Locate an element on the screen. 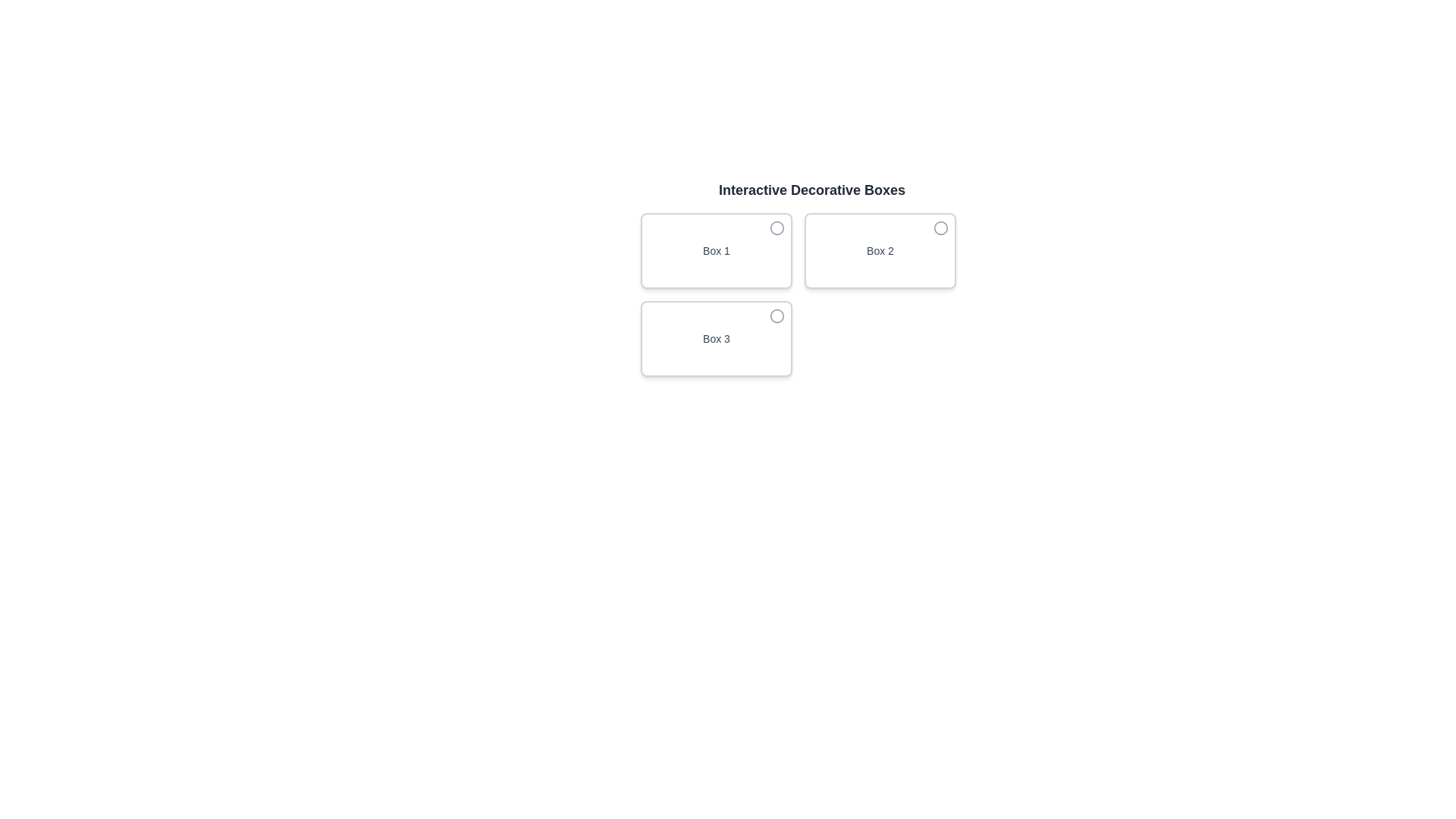  the appearance of the SVG circle located in the top-right corner of 'Box 2', which is styled with minimalistic lines and a thin stroke is located at coordinates (940, 227).